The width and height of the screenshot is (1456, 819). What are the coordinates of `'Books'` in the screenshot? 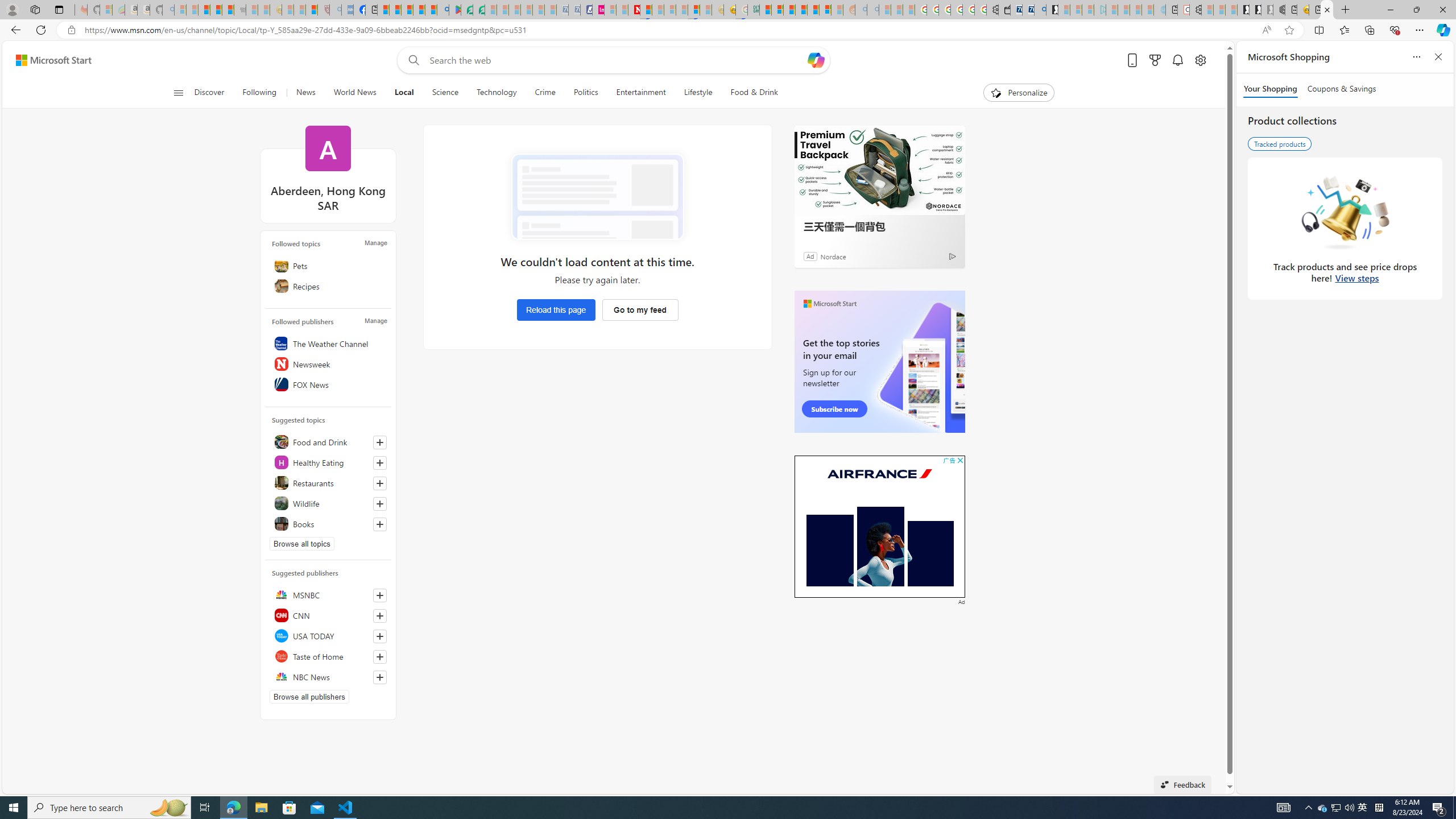 It's located at (327, 523).